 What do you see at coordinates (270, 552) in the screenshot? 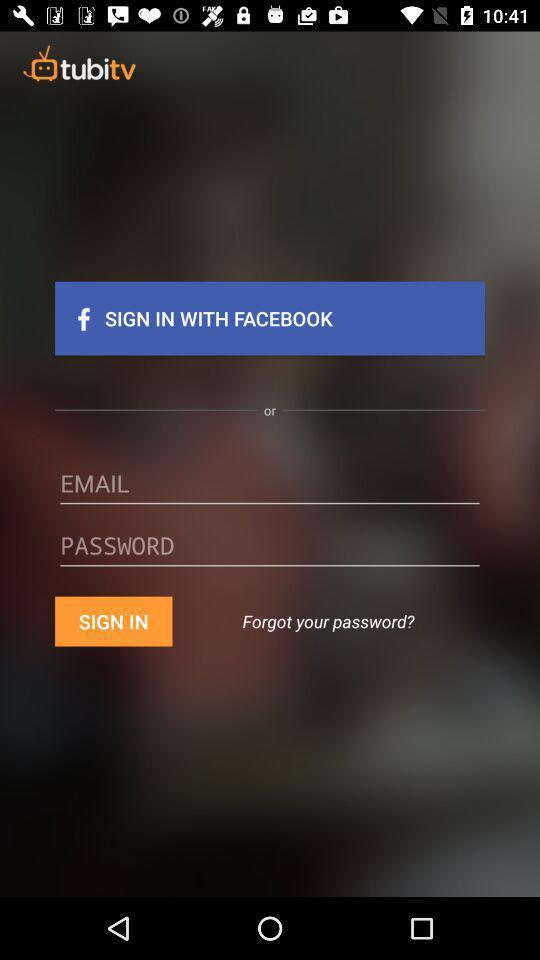
I see `password field` at bounding box center [270, 552].